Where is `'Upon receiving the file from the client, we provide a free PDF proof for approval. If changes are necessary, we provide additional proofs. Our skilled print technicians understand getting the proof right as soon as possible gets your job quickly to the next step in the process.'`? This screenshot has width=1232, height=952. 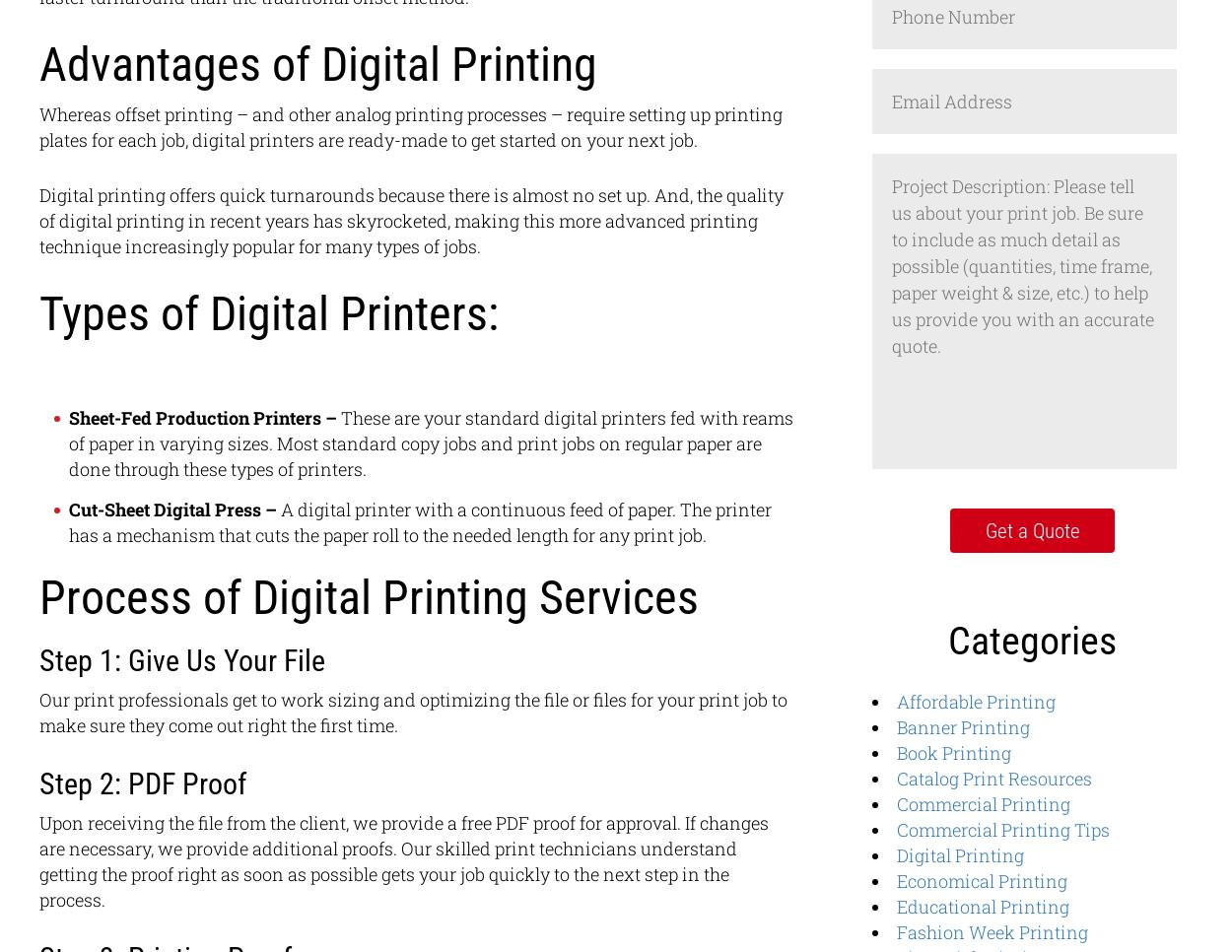 'Upon receiving the file from the client, we provide a free PDF proof for approval. If changes are necessary, we provide additional proofs. Our skilled print technicians understand getting the proof right as soon as possible gets your job quickly to the next step in the process.' is located at coordinates (404, 861).